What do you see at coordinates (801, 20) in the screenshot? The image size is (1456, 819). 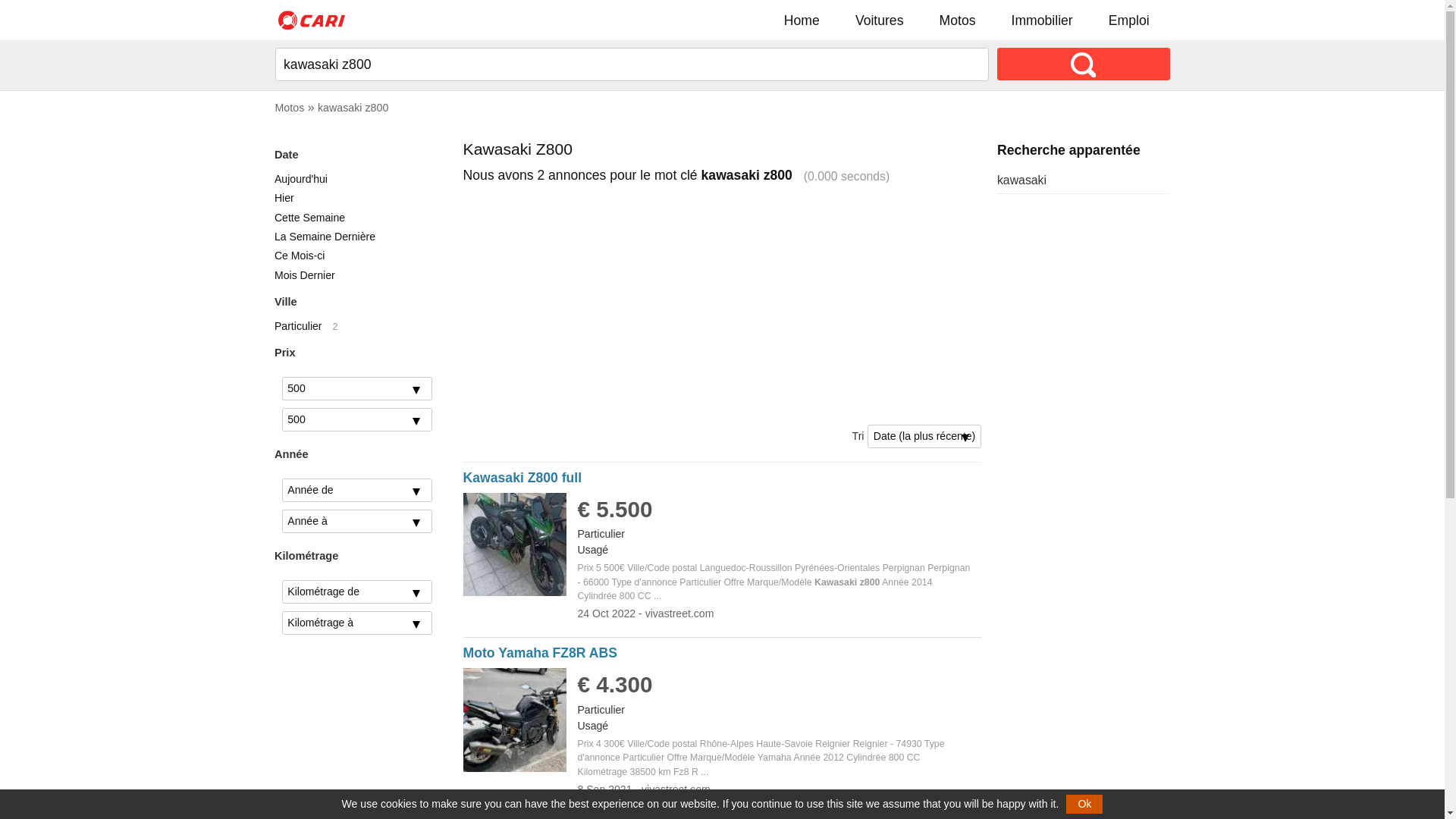 I see `'Home'` at bounding box center [801, 20].